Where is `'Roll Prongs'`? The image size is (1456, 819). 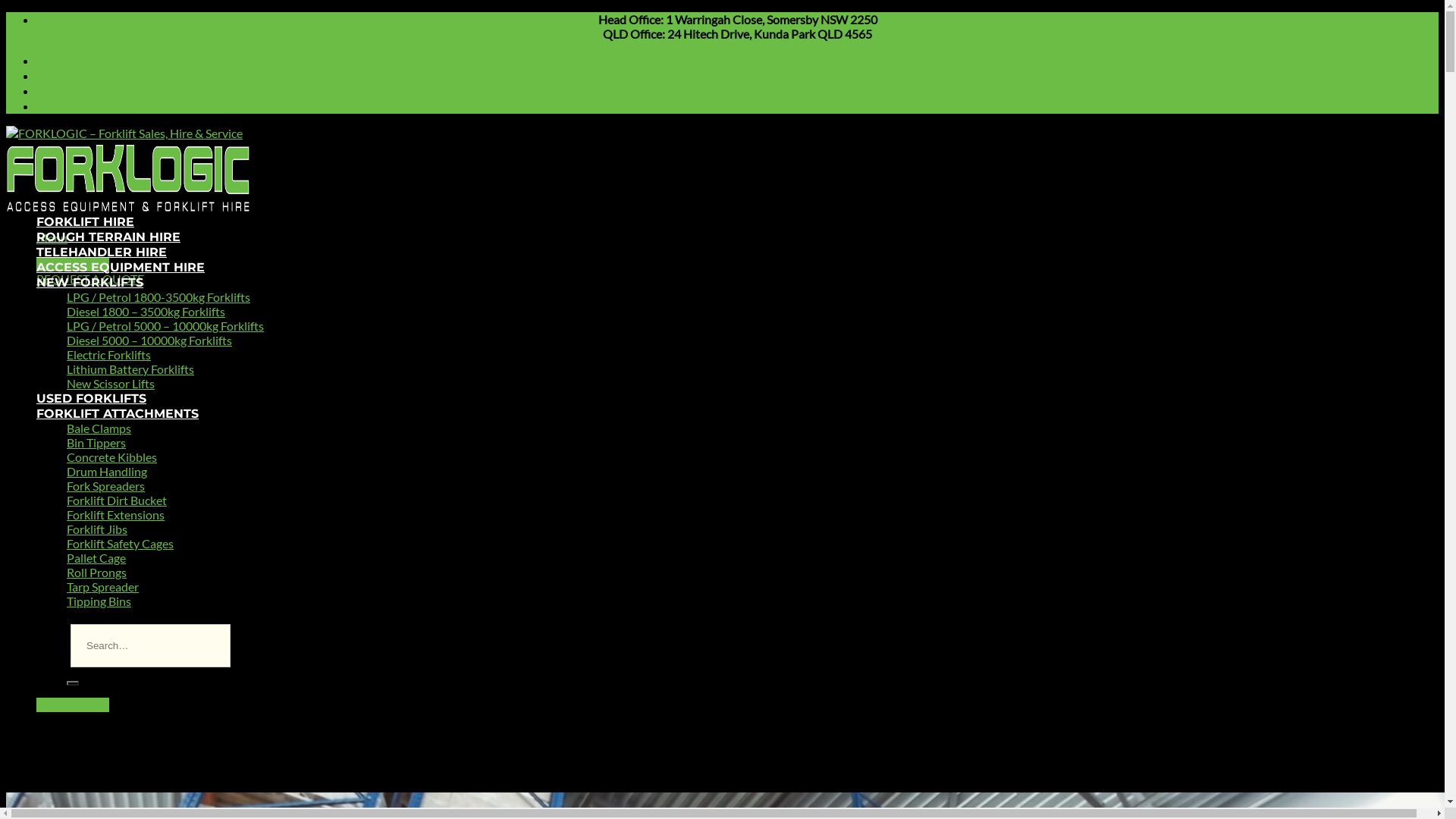
'Roll Prongs' is located at coordinates (96, 572).